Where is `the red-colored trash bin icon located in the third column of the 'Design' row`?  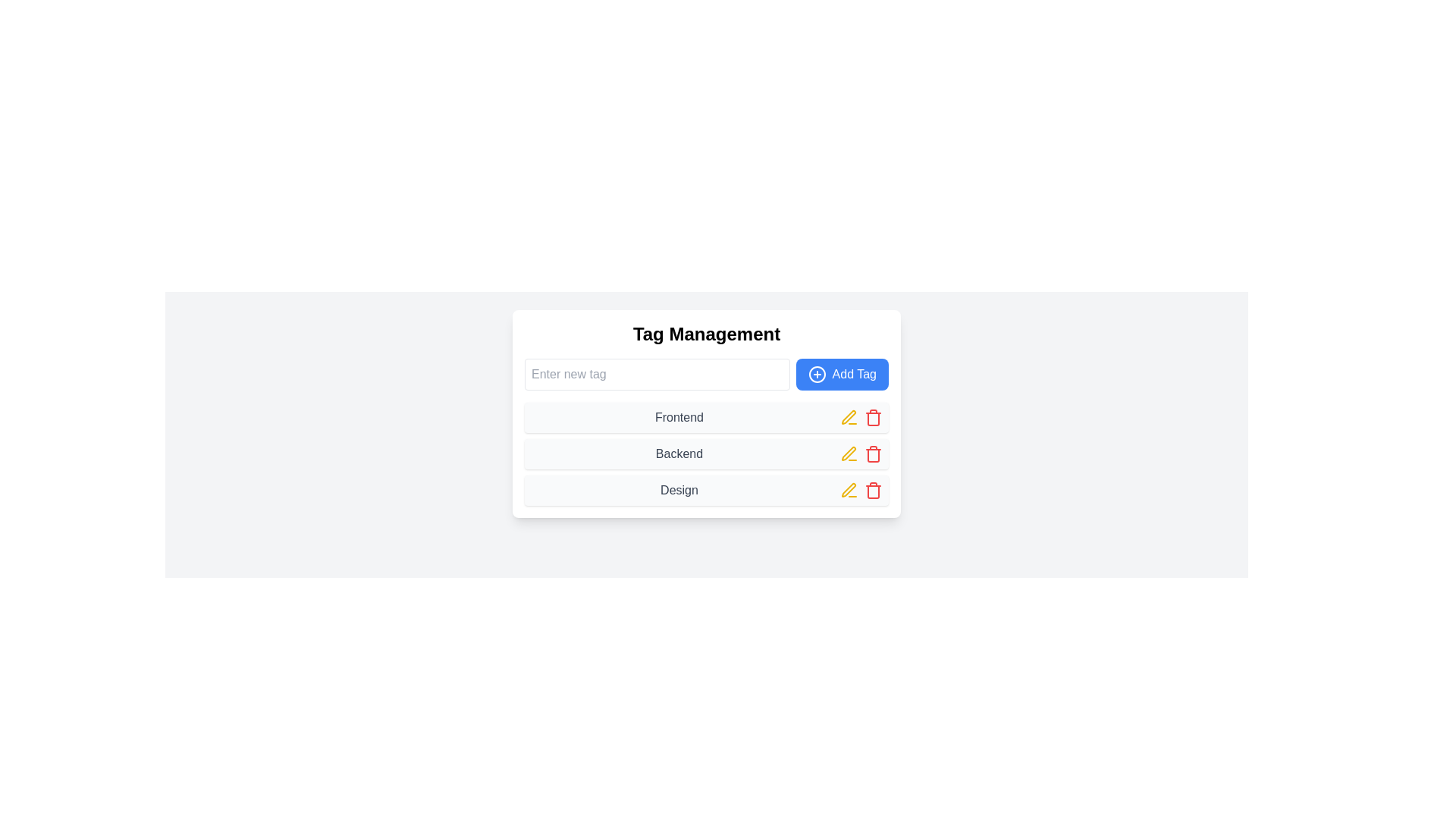 the red-colored trash bin icon located in the third column of the 'Design' row is located at coordinates (874, 491).